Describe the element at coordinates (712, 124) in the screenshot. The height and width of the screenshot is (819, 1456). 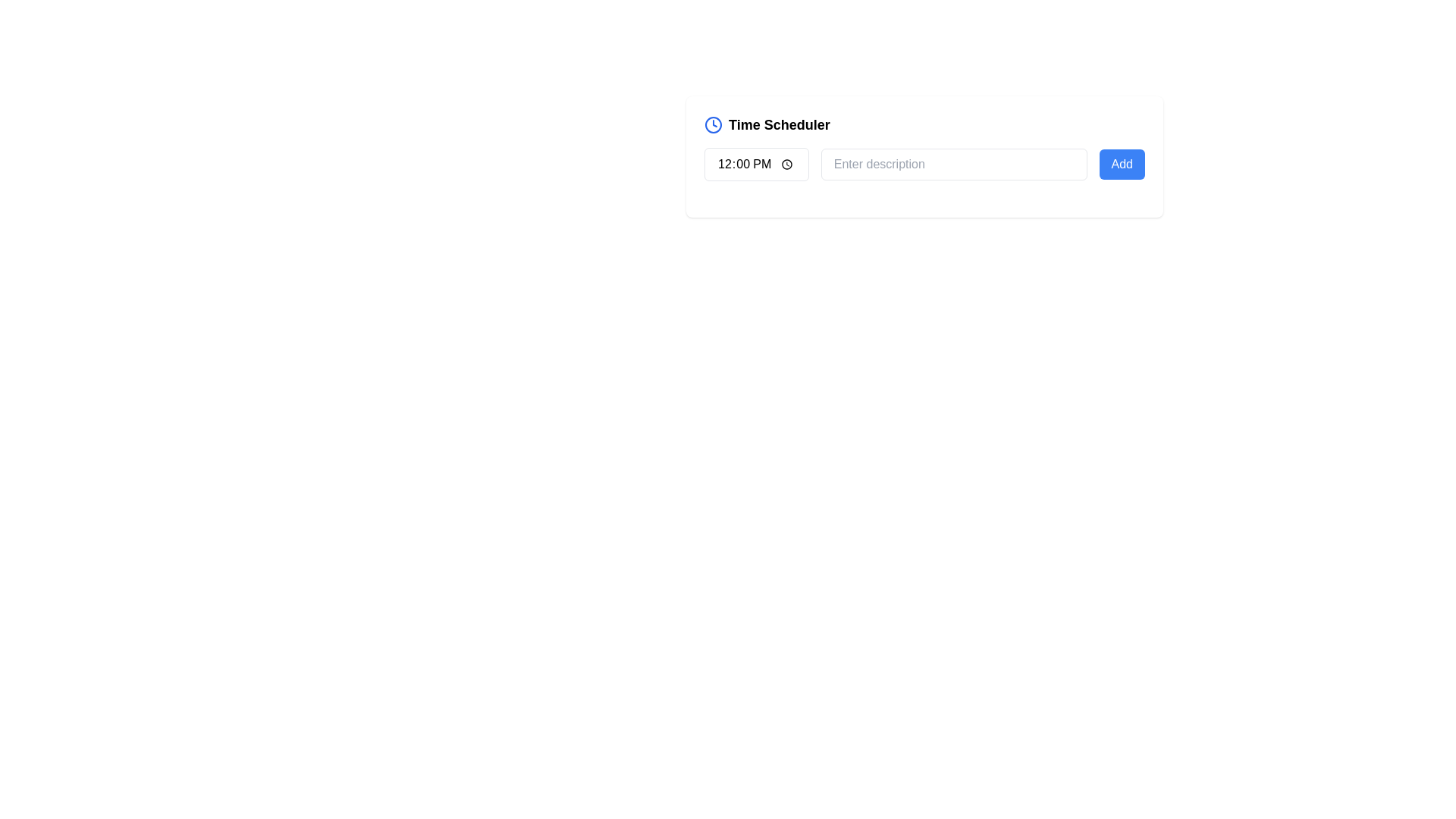
I see `the Circle element in the SVG graphic, which is part of the clock icon related to time scheduling functionality, positioned to the left of the 'Time Scheduler' title` at that location.